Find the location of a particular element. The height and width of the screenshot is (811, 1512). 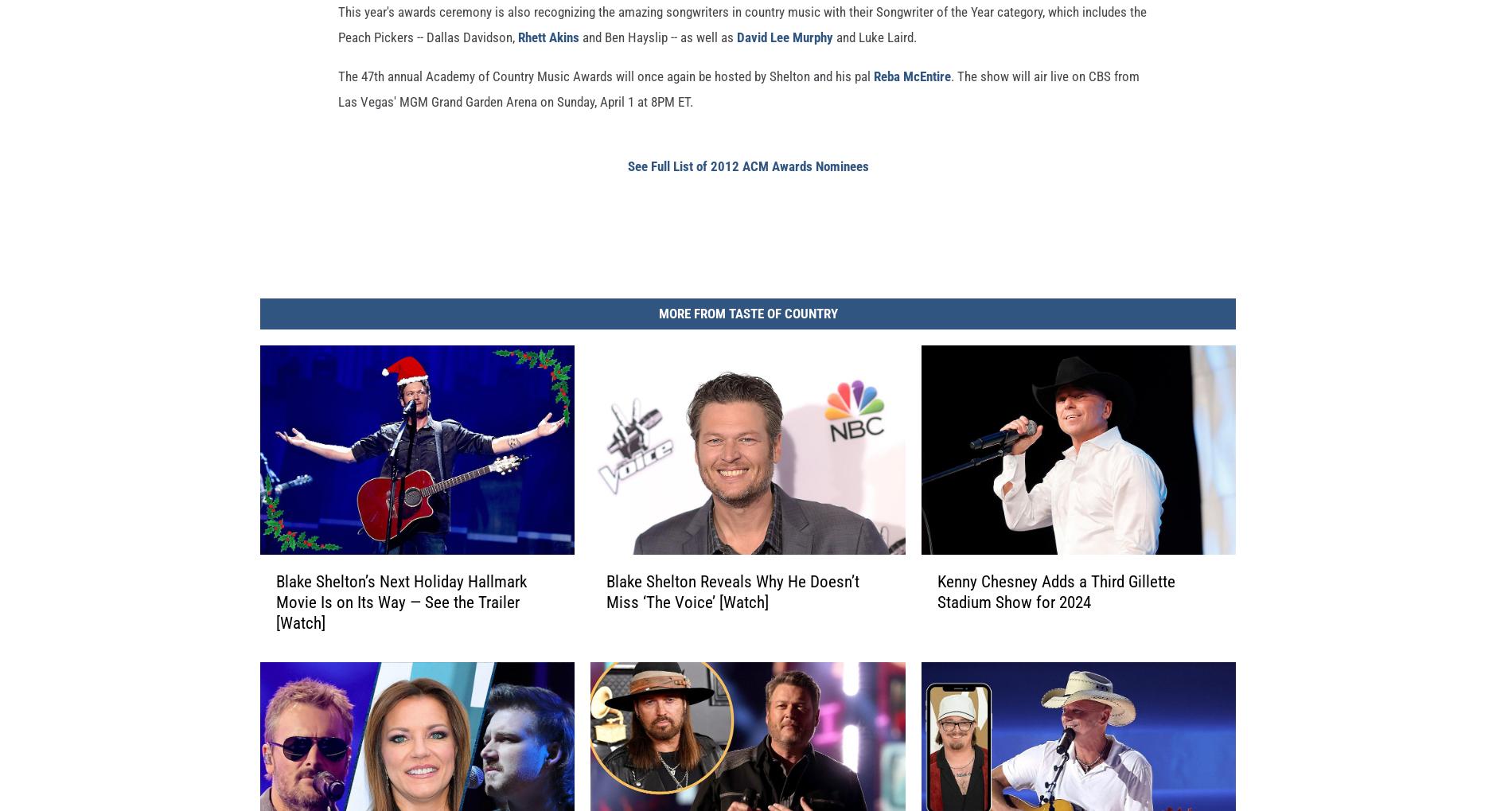

'See Full List of 2012 ACM Awards Nominees' is located at coordinates (625, 191).